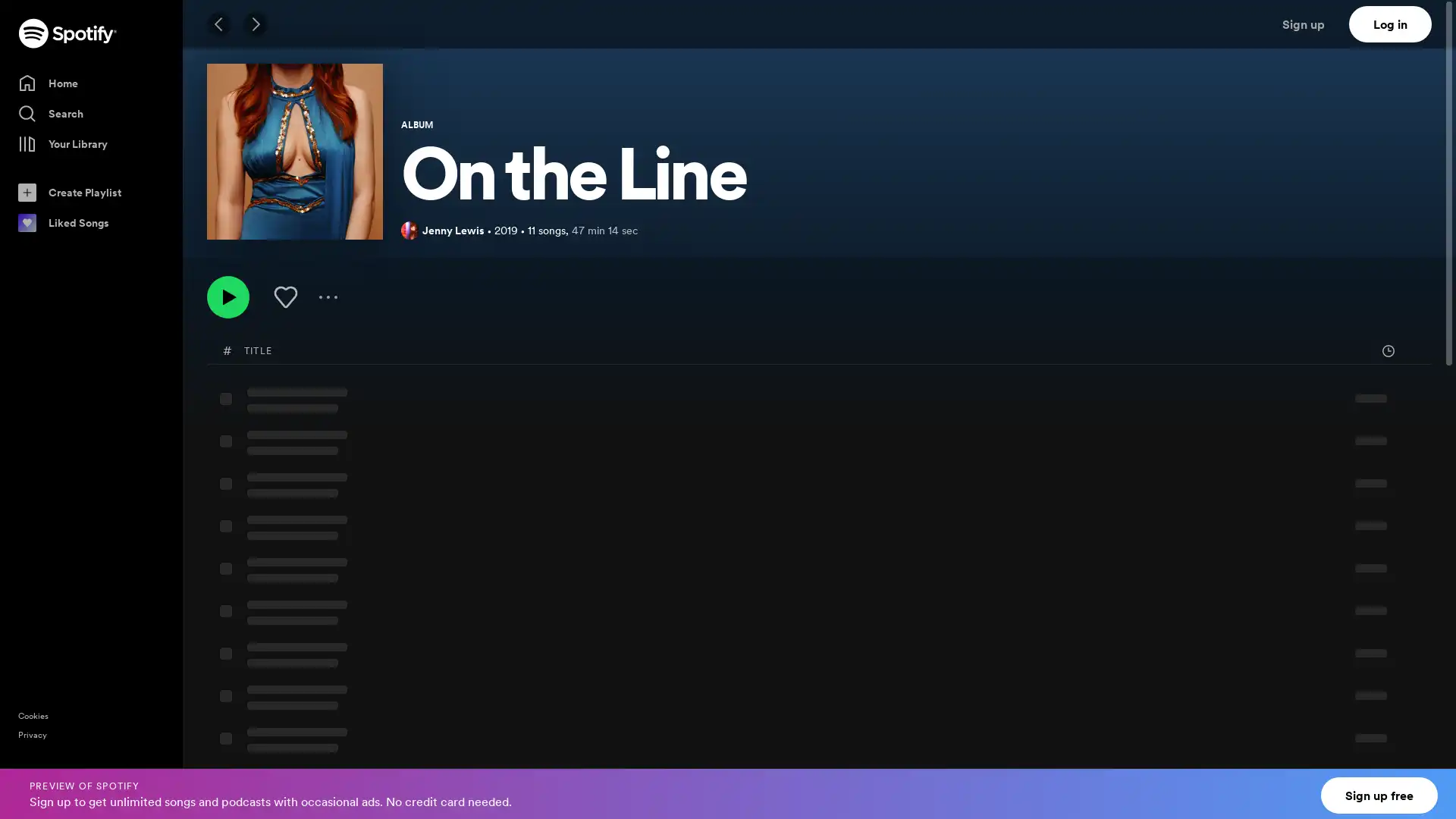 This screenshot has width=1456, height=819. Describe the element at coordinates (225, 526) in the screenshot. I see `Play Hollywood Lawn by Jenny Lewis` at that location.